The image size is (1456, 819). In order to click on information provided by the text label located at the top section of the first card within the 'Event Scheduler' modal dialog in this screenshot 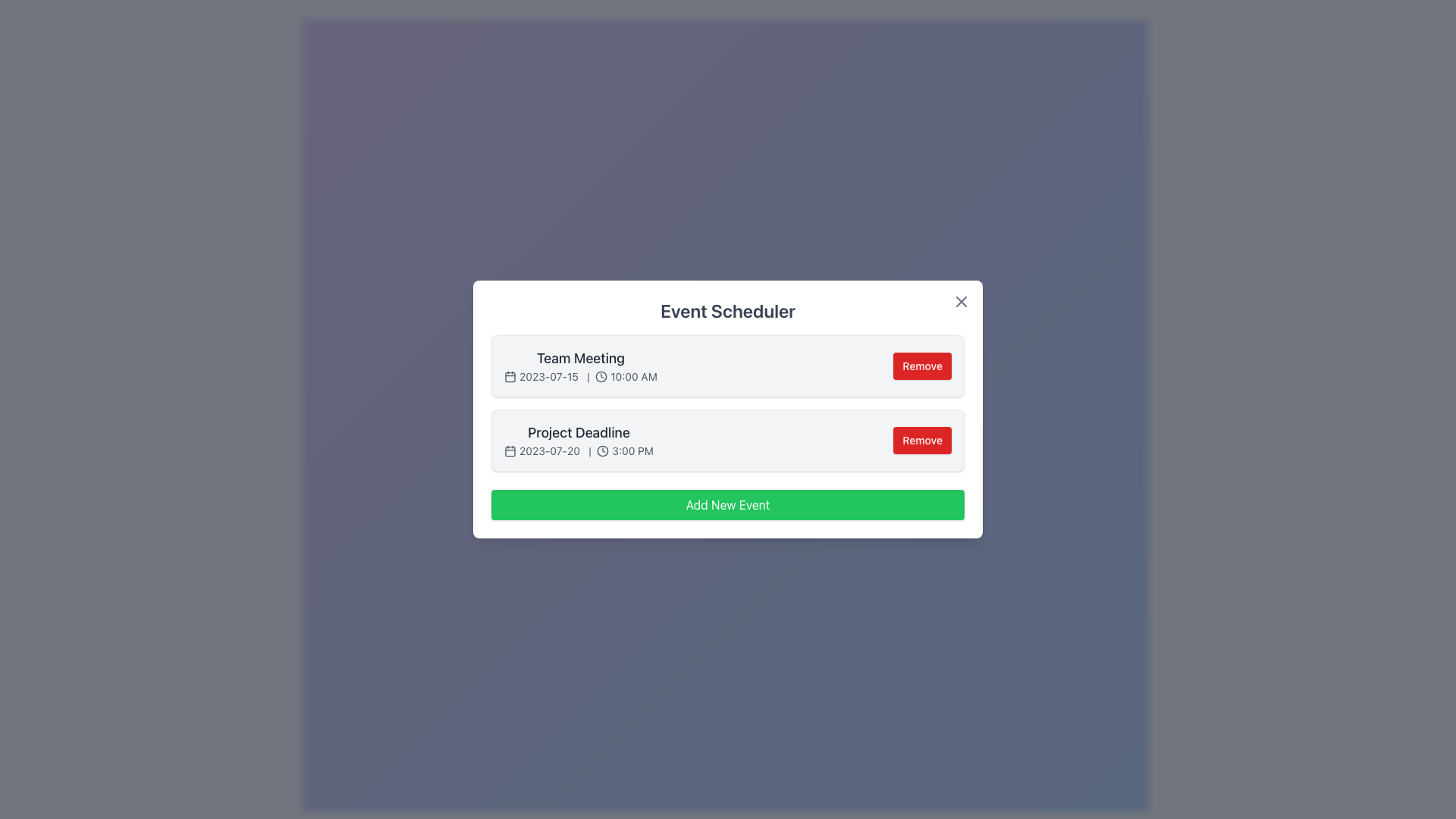, I will do `click(579, 366)`.